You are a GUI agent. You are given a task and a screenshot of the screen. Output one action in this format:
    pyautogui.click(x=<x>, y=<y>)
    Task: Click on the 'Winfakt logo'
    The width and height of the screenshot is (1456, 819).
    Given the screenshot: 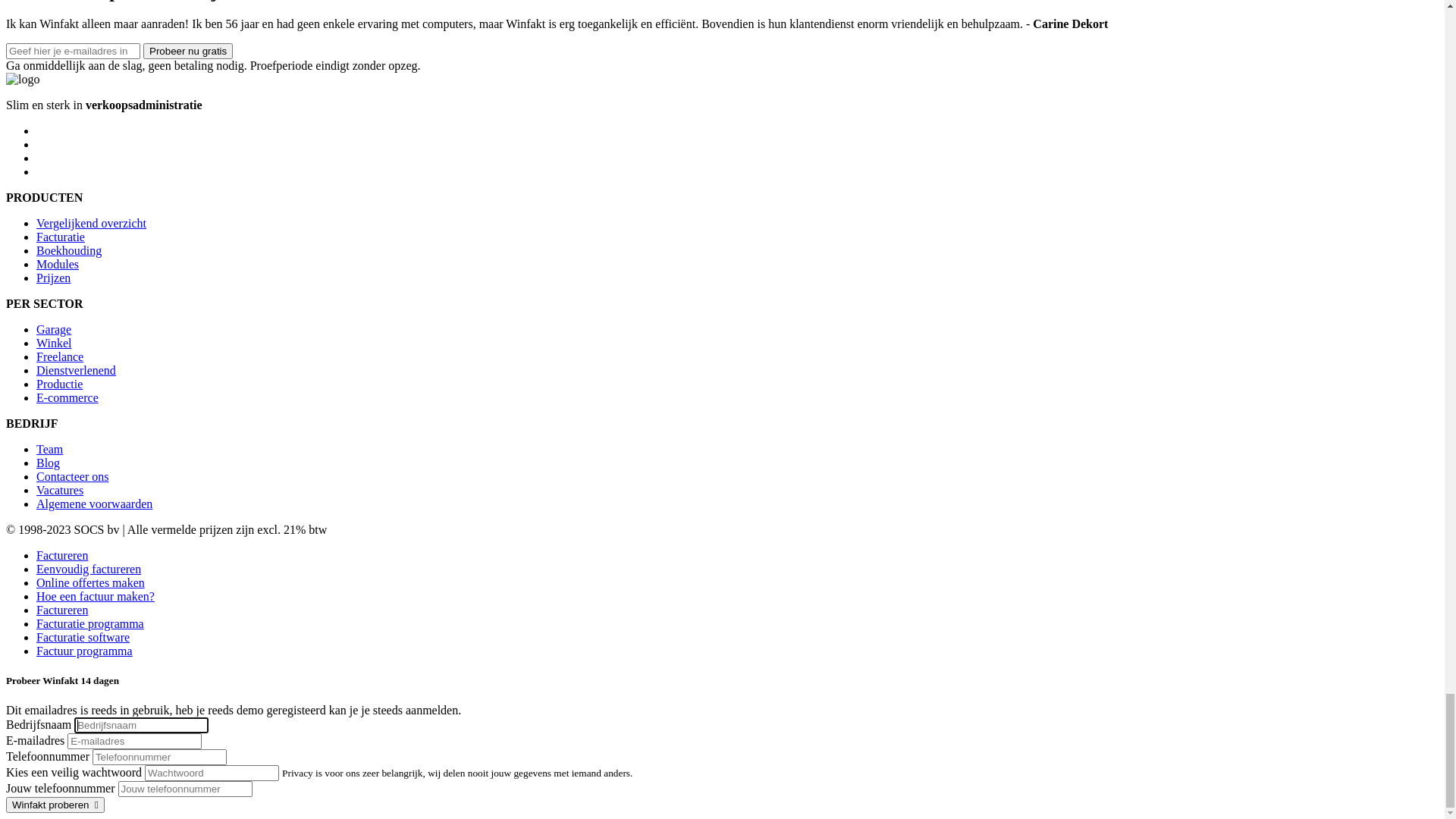 What is the action you would take?
    pyautogui.click(x=43, y=99)
    